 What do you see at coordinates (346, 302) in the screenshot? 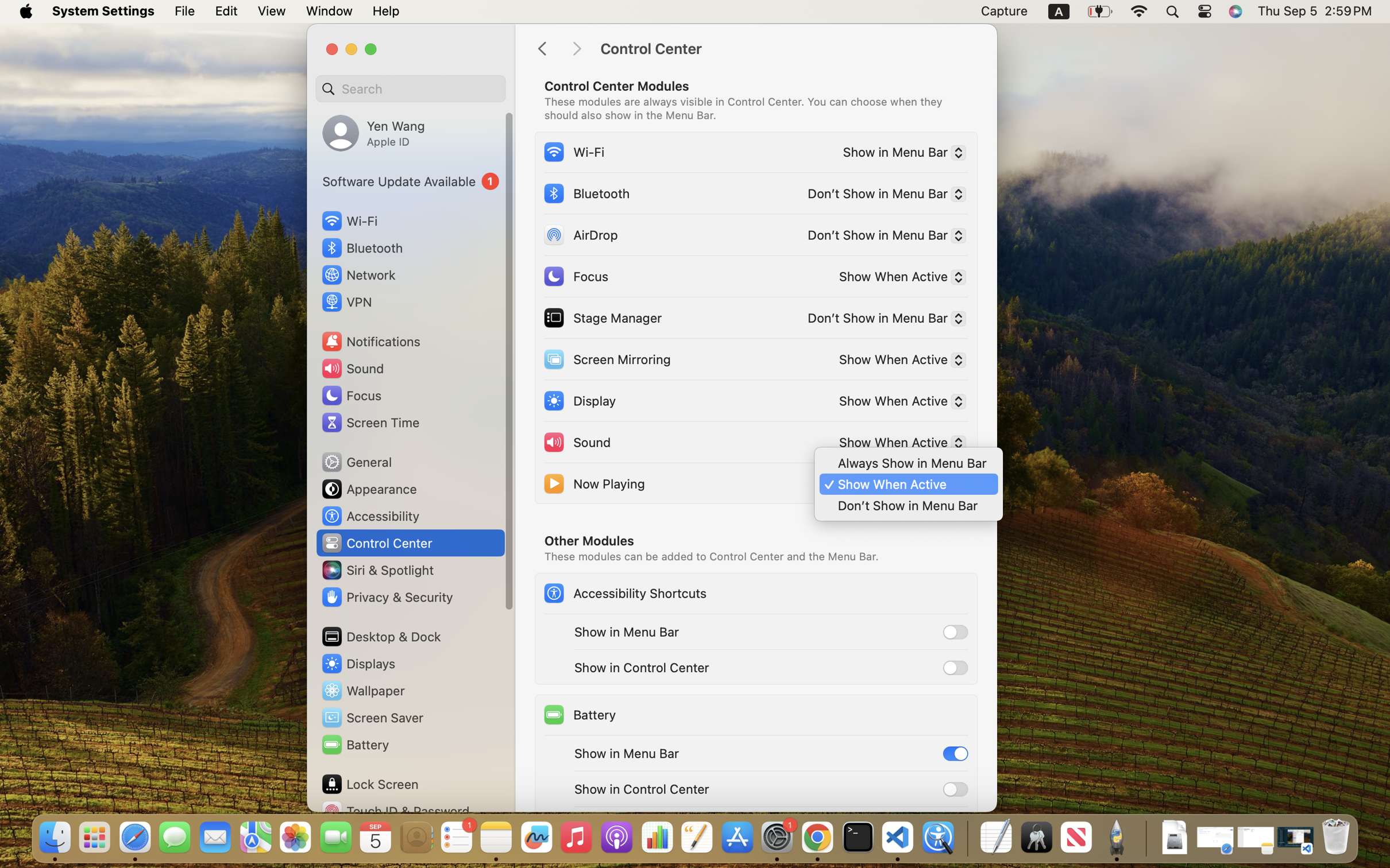
I see `'VPN'` at bounding box center [346, 302].